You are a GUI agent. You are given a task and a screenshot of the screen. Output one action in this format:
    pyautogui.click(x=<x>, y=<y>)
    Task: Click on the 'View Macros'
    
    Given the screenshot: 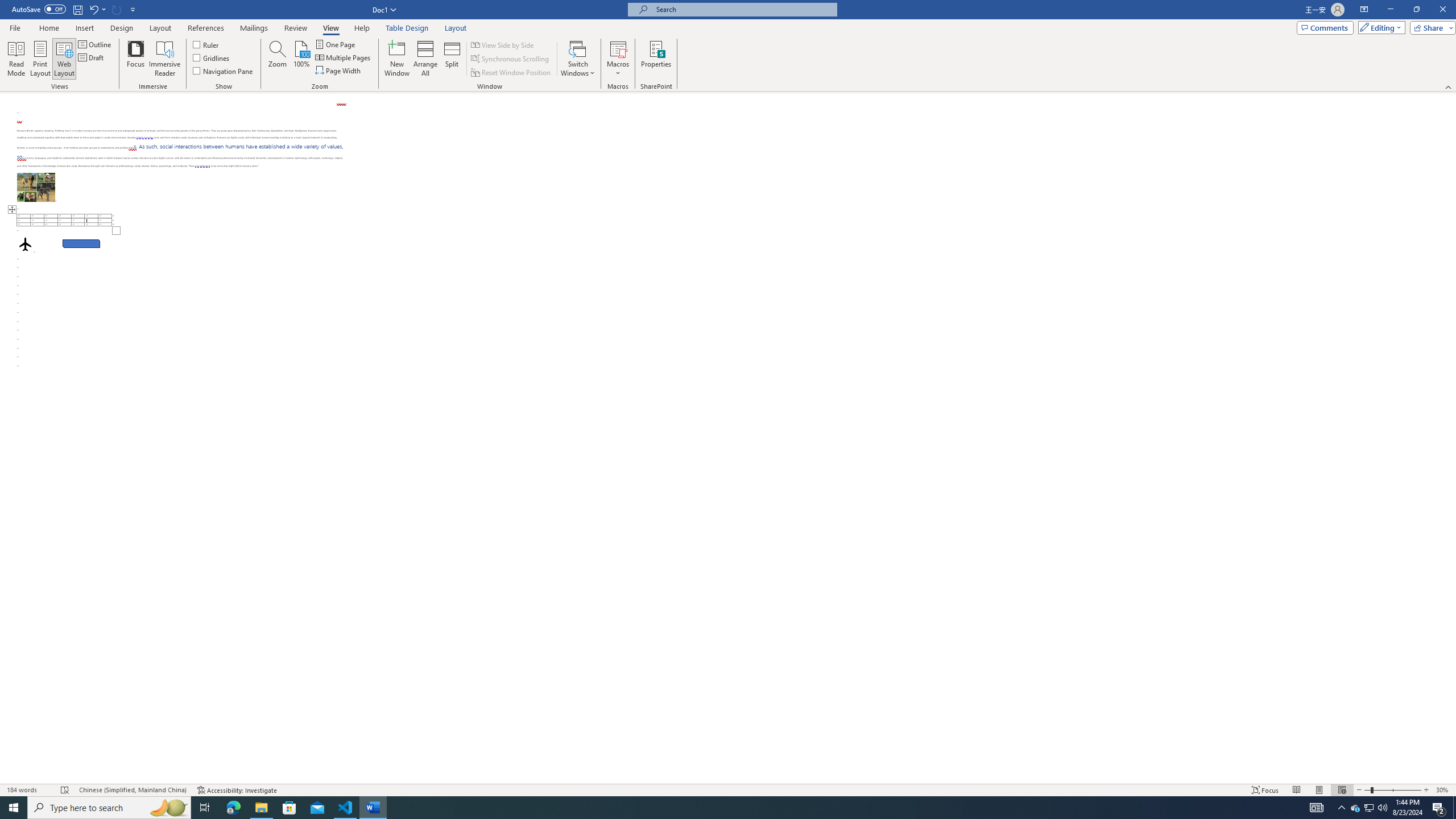 What is the action you would take?
    pyautogui.click(x=617, y=48)
    